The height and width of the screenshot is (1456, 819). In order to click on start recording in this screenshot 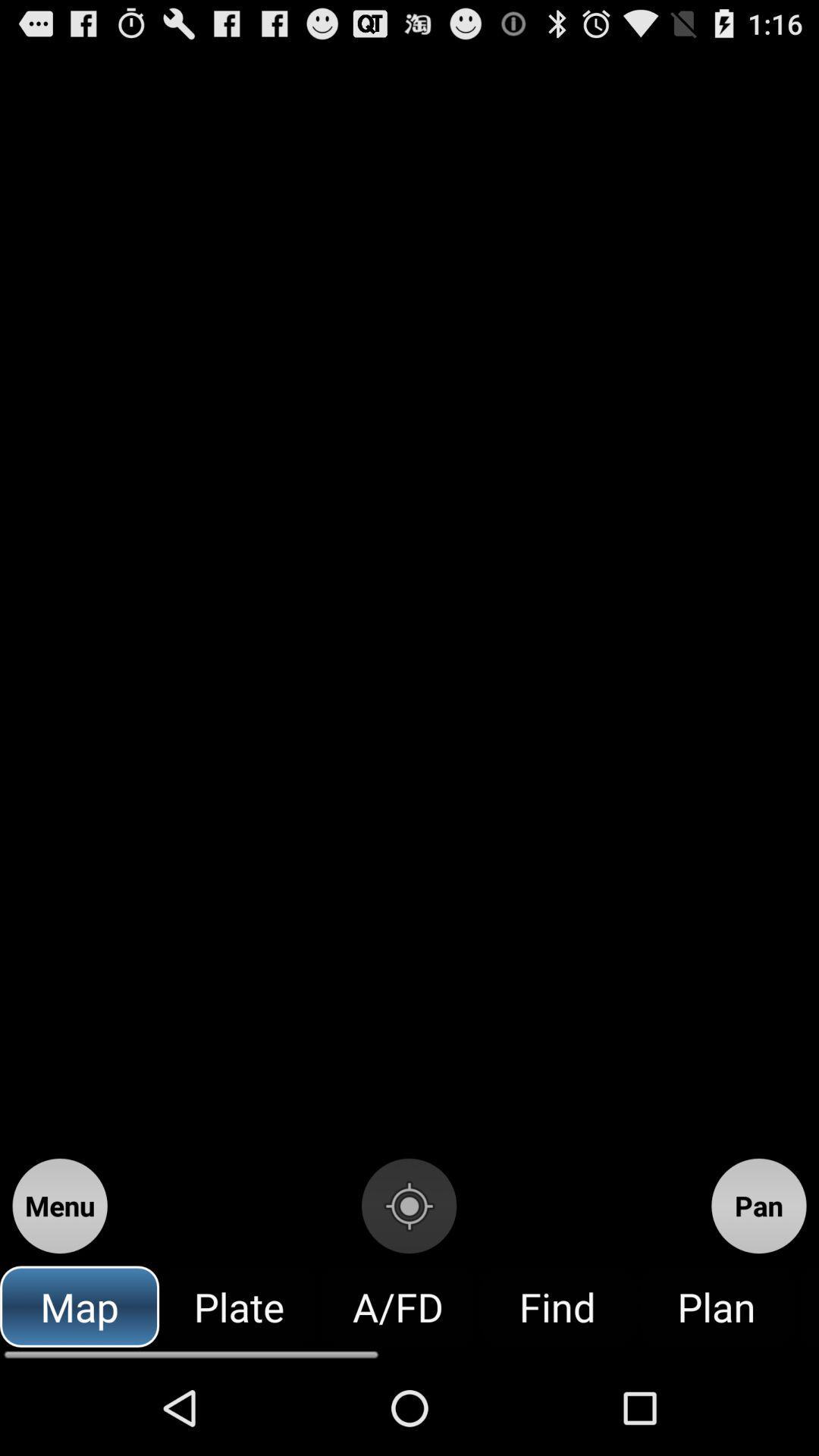, I will do `click(408, 1205)`.